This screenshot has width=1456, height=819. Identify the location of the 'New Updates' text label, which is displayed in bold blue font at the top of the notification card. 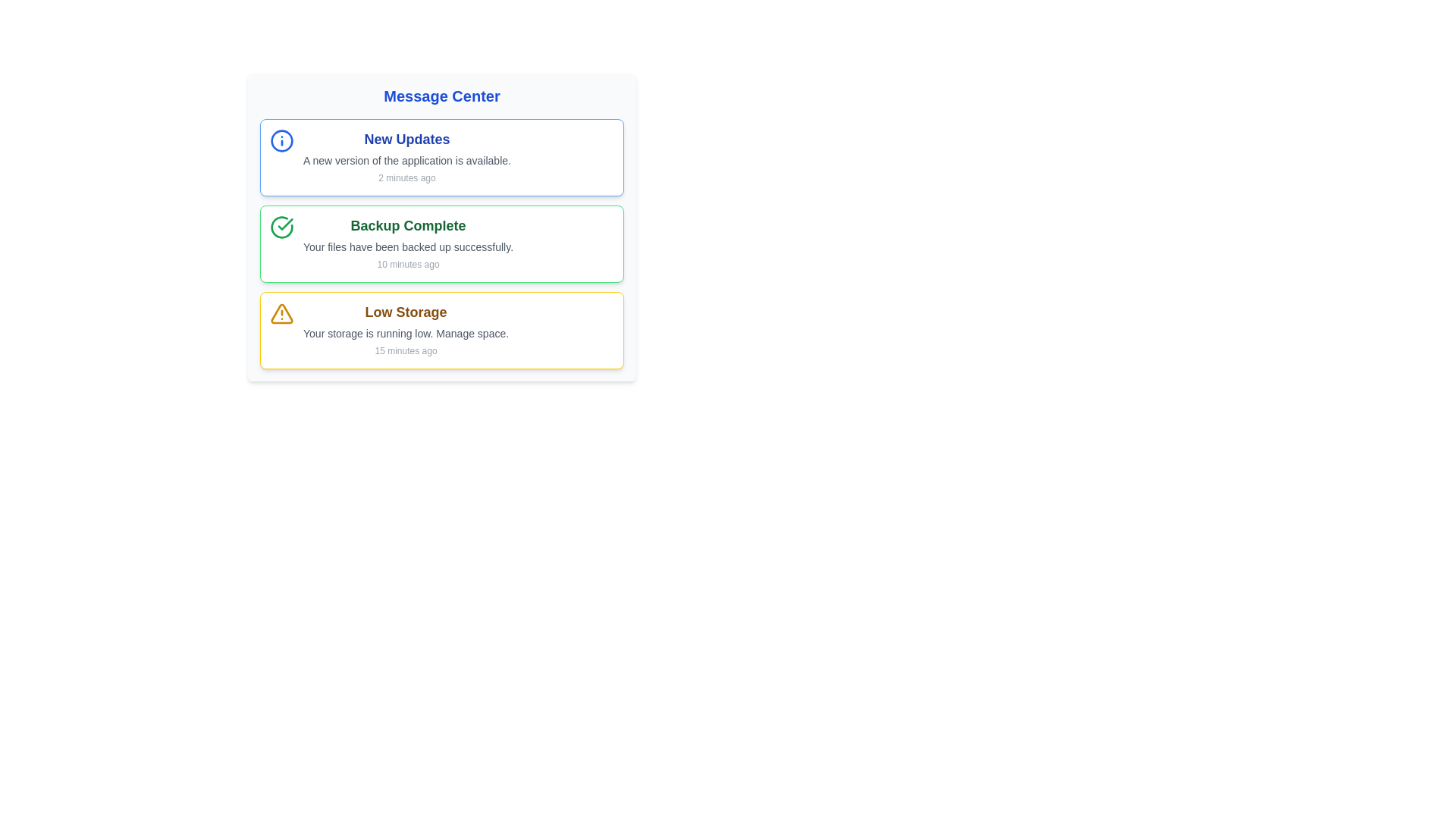
(407, 140).